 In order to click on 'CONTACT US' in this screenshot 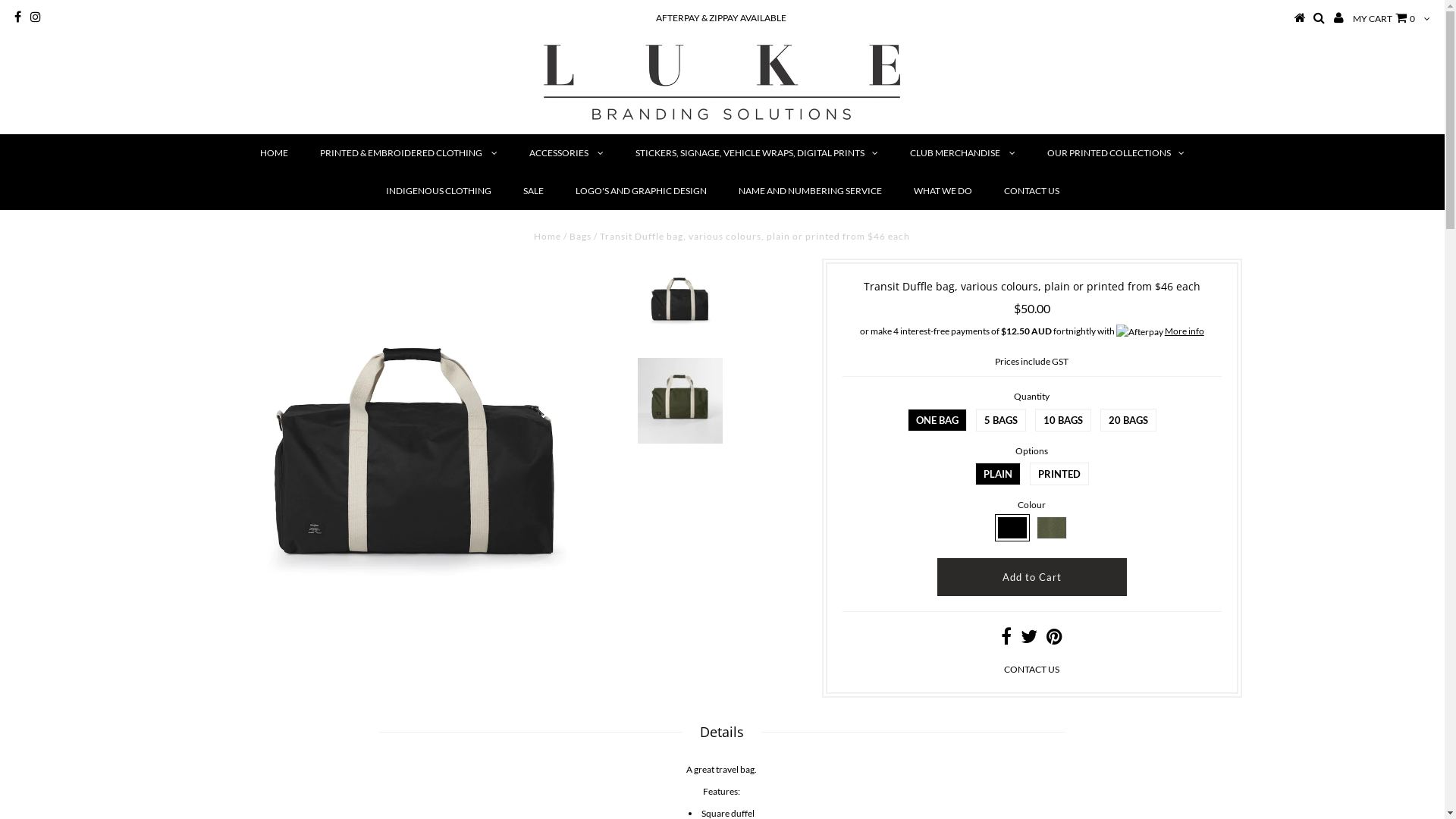, I will do `click(1004, 668)`.